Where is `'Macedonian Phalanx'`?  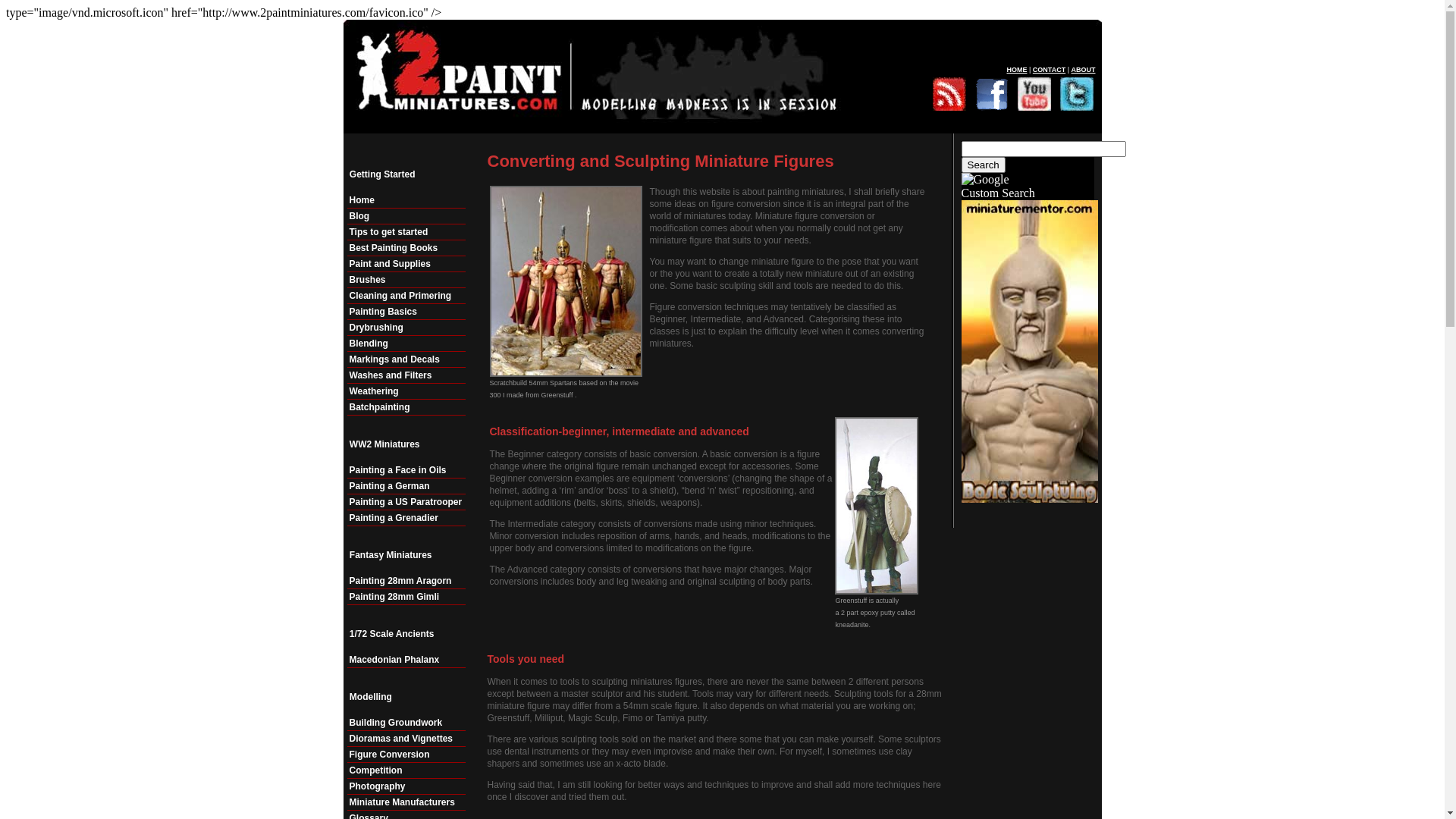
'Macedonian Phalanx' is located at coordinates (406, 659).